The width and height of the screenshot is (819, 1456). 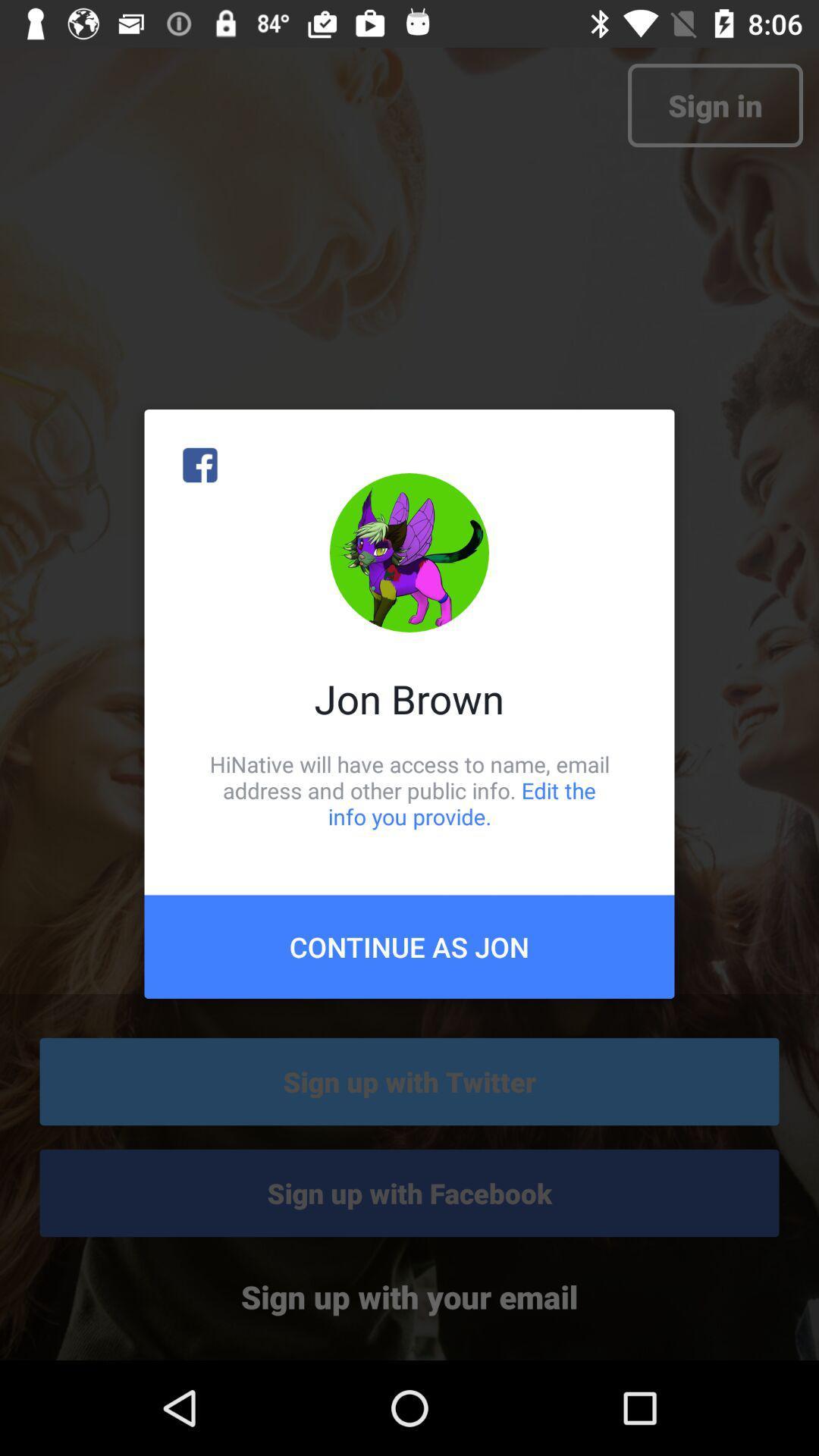 I want to click on hinative will have, so click(x=409, y=789).